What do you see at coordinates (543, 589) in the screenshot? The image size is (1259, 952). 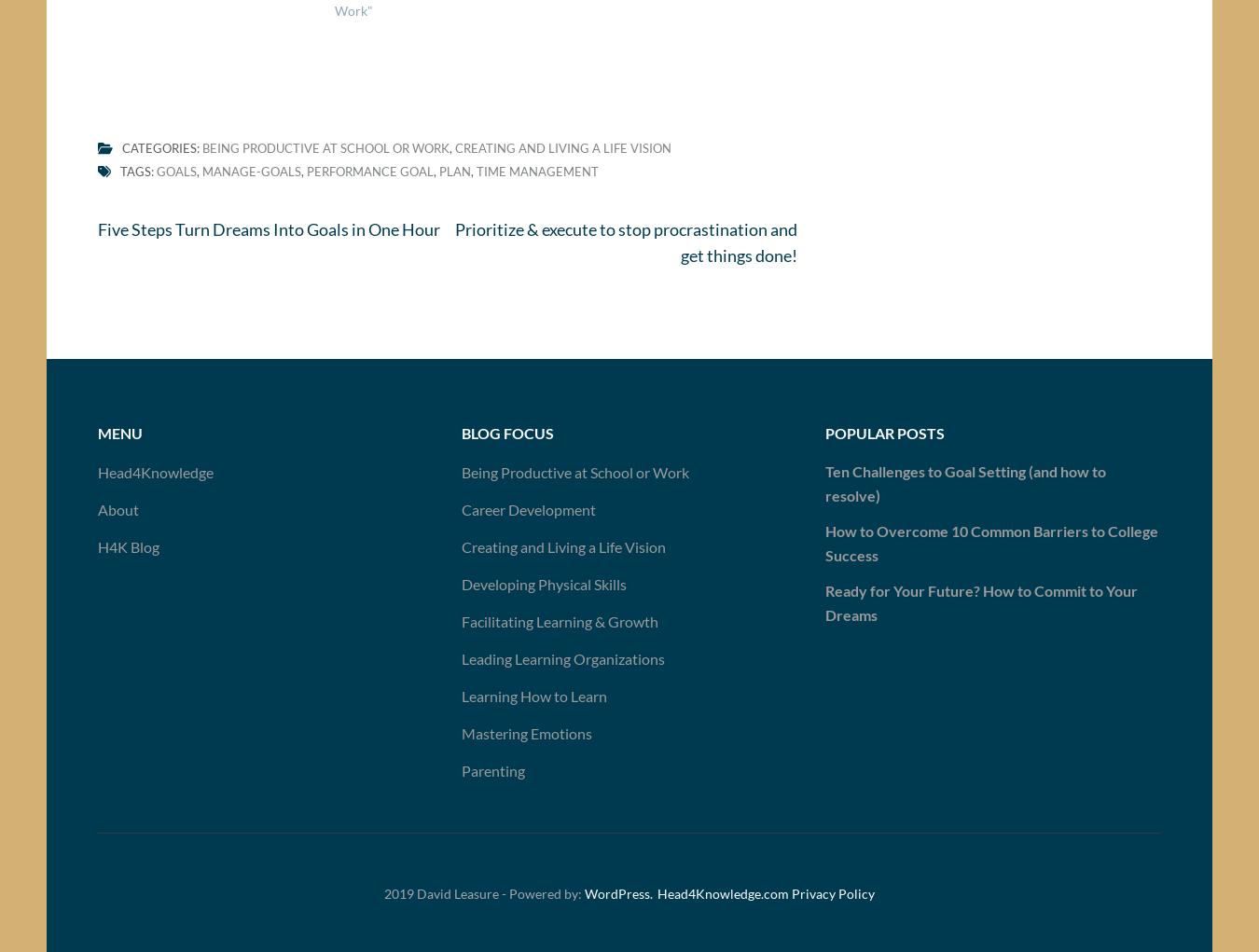 I see `'Developing Physical Skills'` at bounding box center [543, 589].